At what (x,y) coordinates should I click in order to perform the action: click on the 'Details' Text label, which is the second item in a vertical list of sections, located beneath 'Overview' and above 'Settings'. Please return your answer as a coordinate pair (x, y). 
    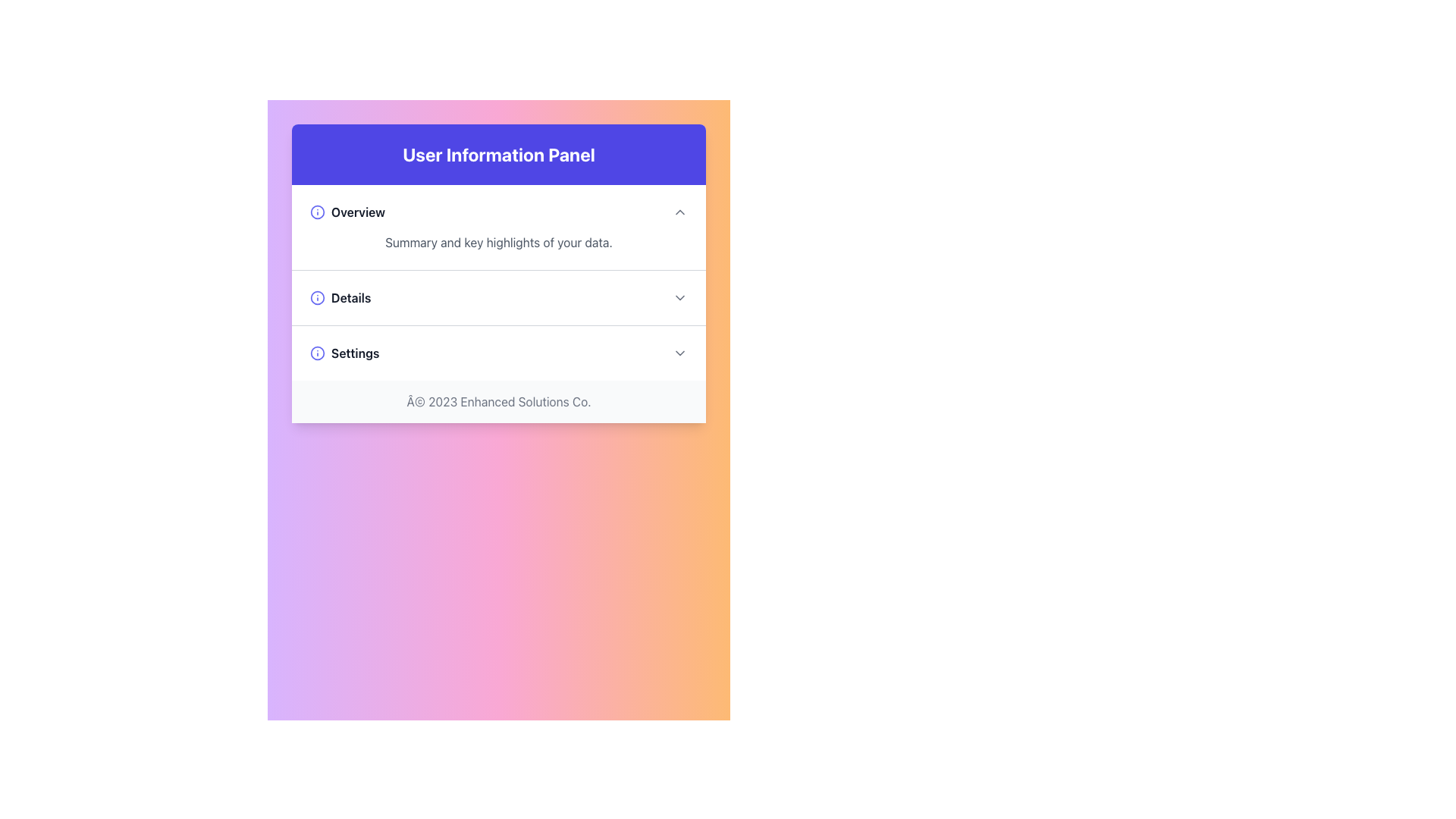
    Looking at the image, I should click on (340, 298).